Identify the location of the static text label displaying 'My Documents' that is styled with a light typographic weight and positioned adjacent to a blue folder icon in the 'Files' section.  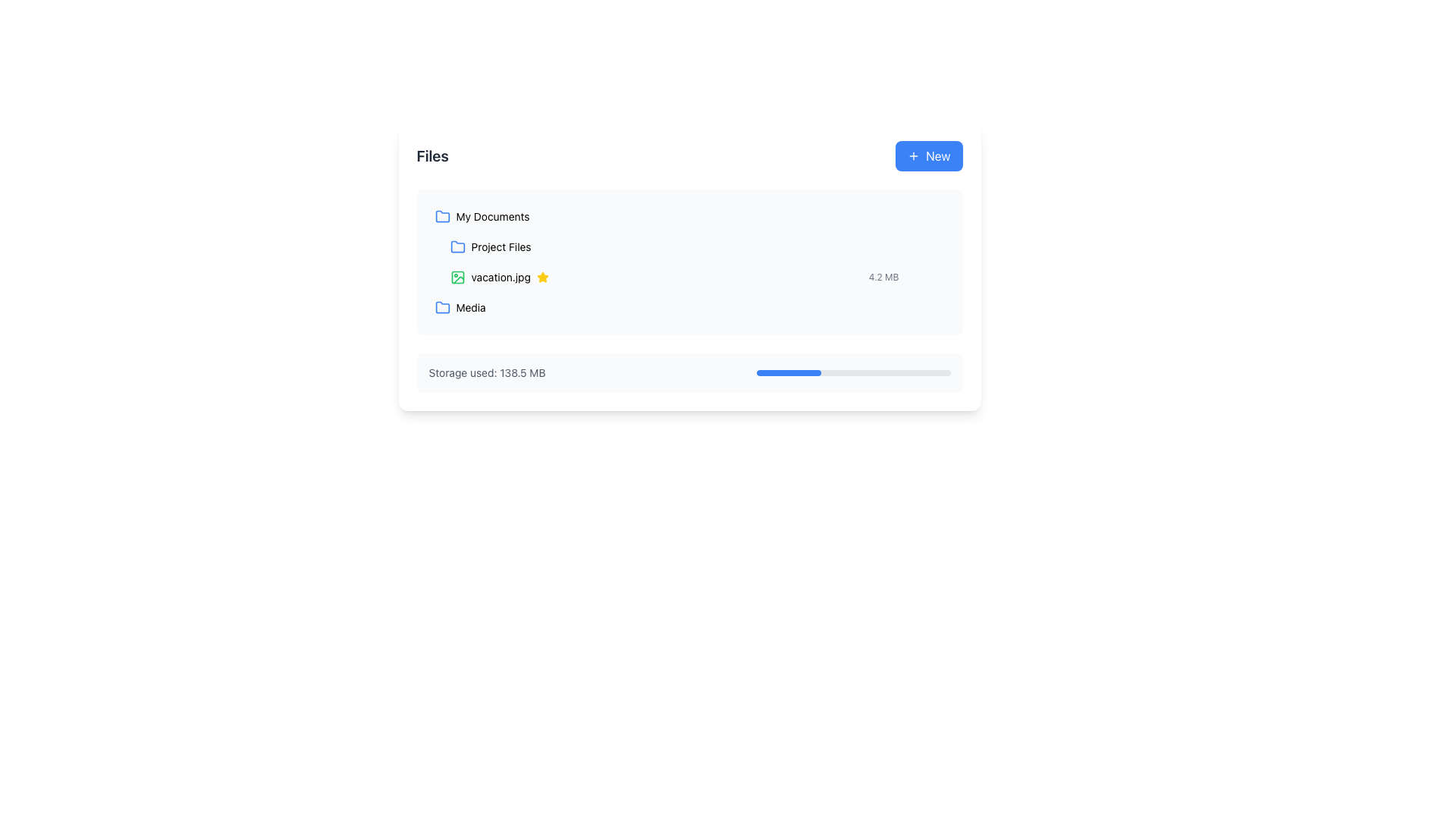
(493, 216).